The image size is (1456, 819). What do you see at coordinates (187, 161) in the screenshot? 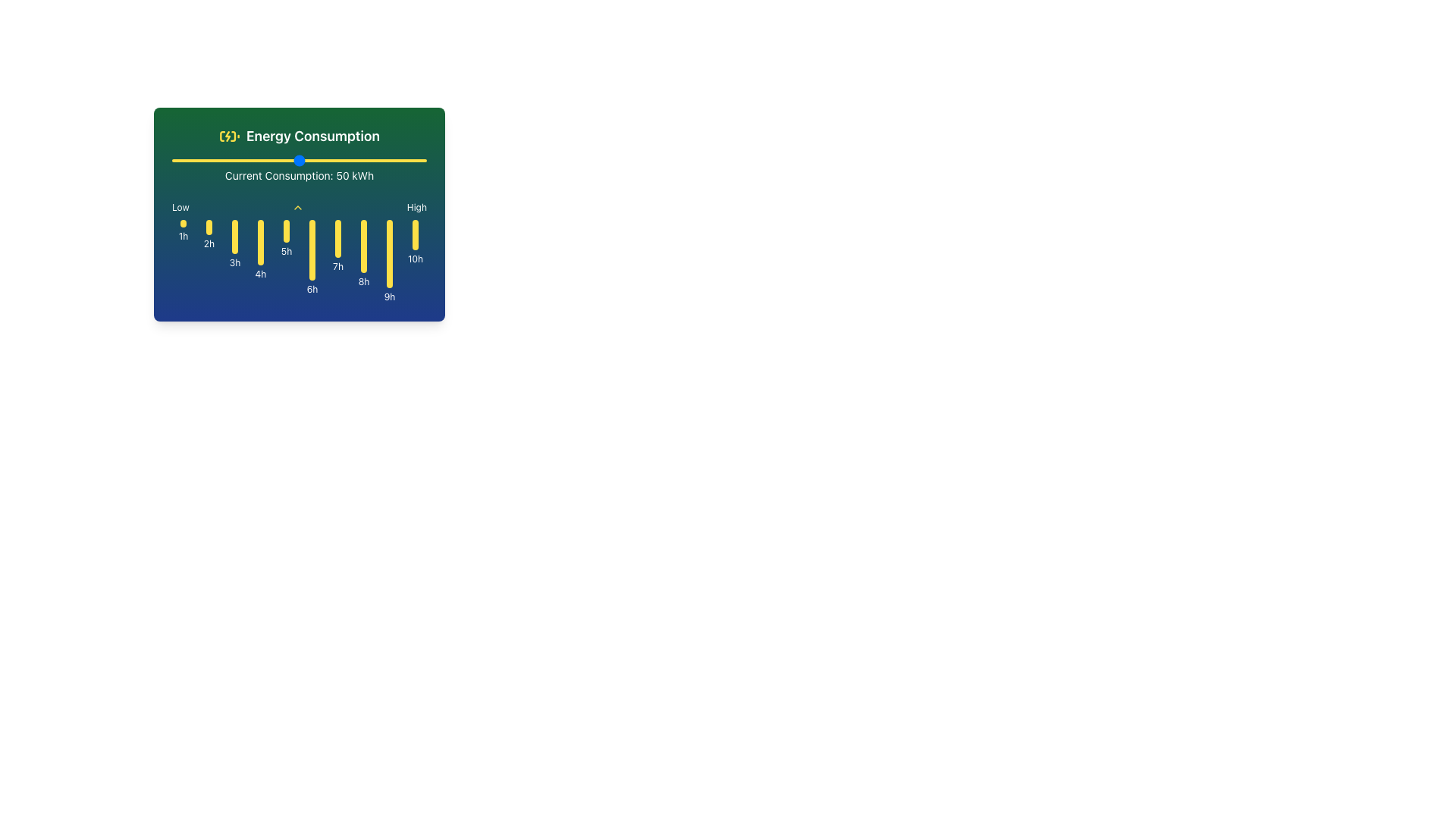
I see `current consumption` at bounding box center [187, 161].